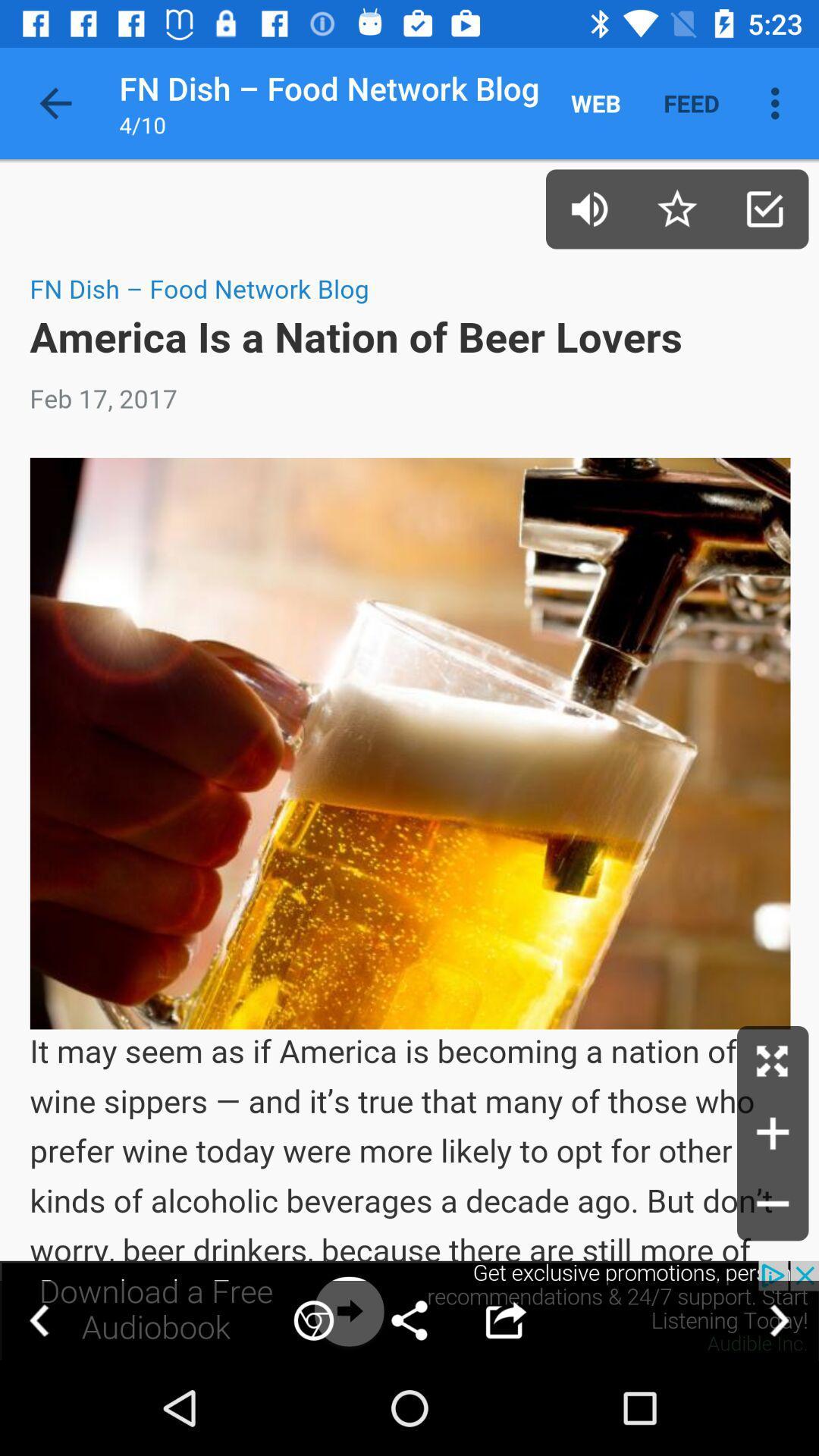 This screenshot has width=819, height=1456. I want to click on go back, so click(39, 1319).